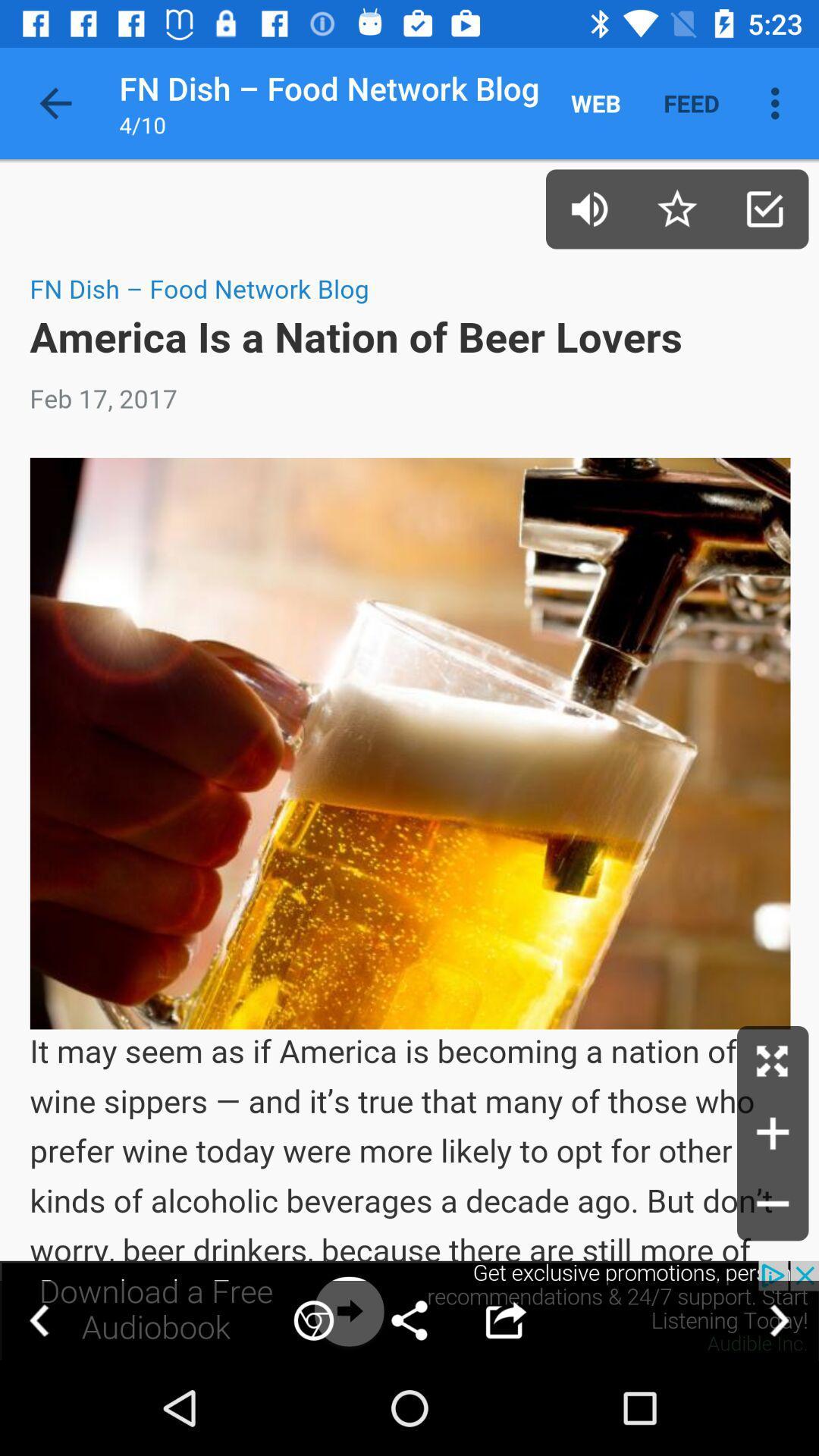 This screenshot has width=819, height=1456. I want to click on go back, so click(39, 1319).